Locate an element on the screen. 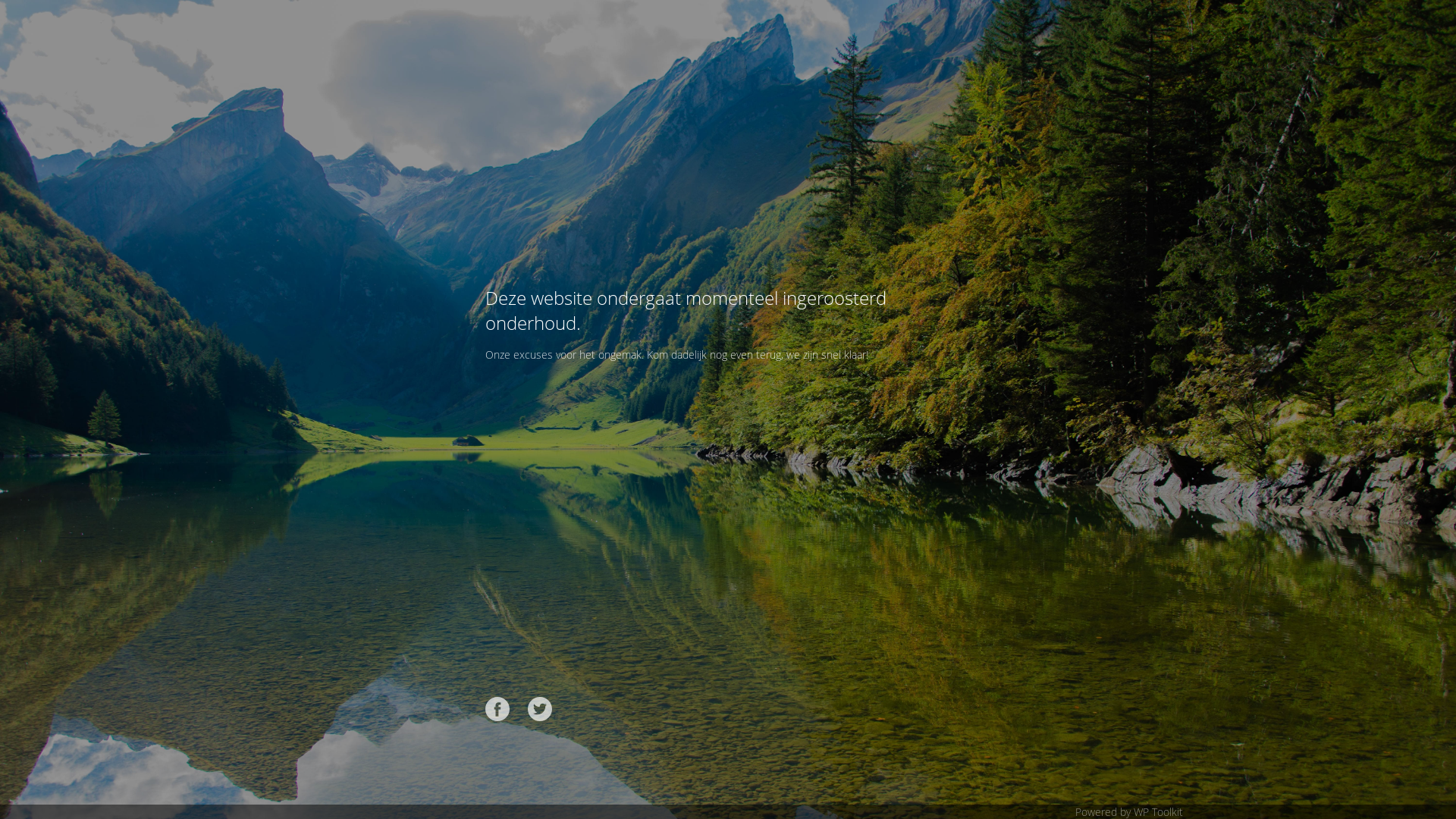 The image size is (1456, 819). 'Facebook' is located at coordinates (497, 708).